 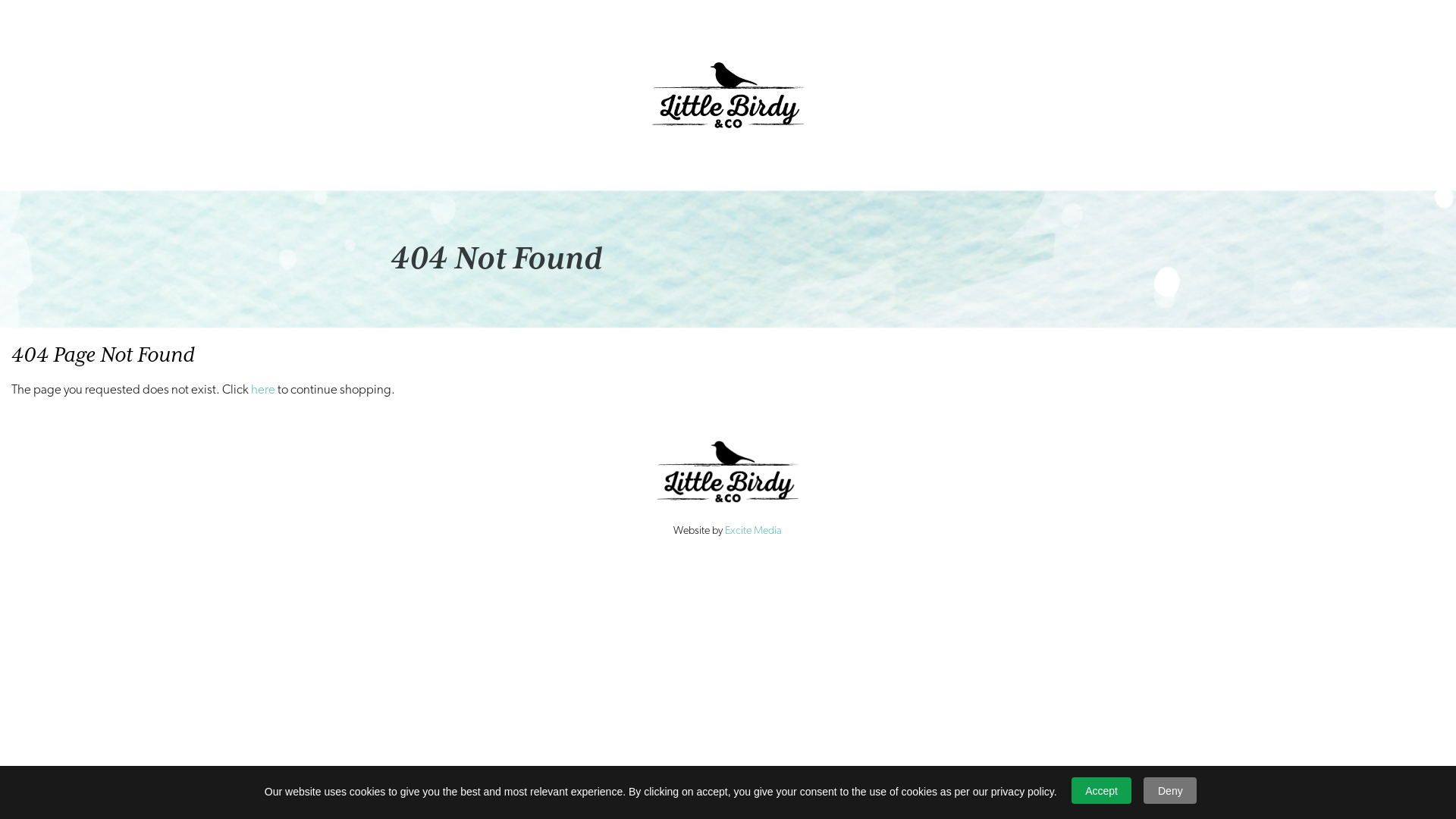 What do you see at coordinates (753, 530) in the screenshot?
I see `'Excite Media'` at bounding box center [753, 530].